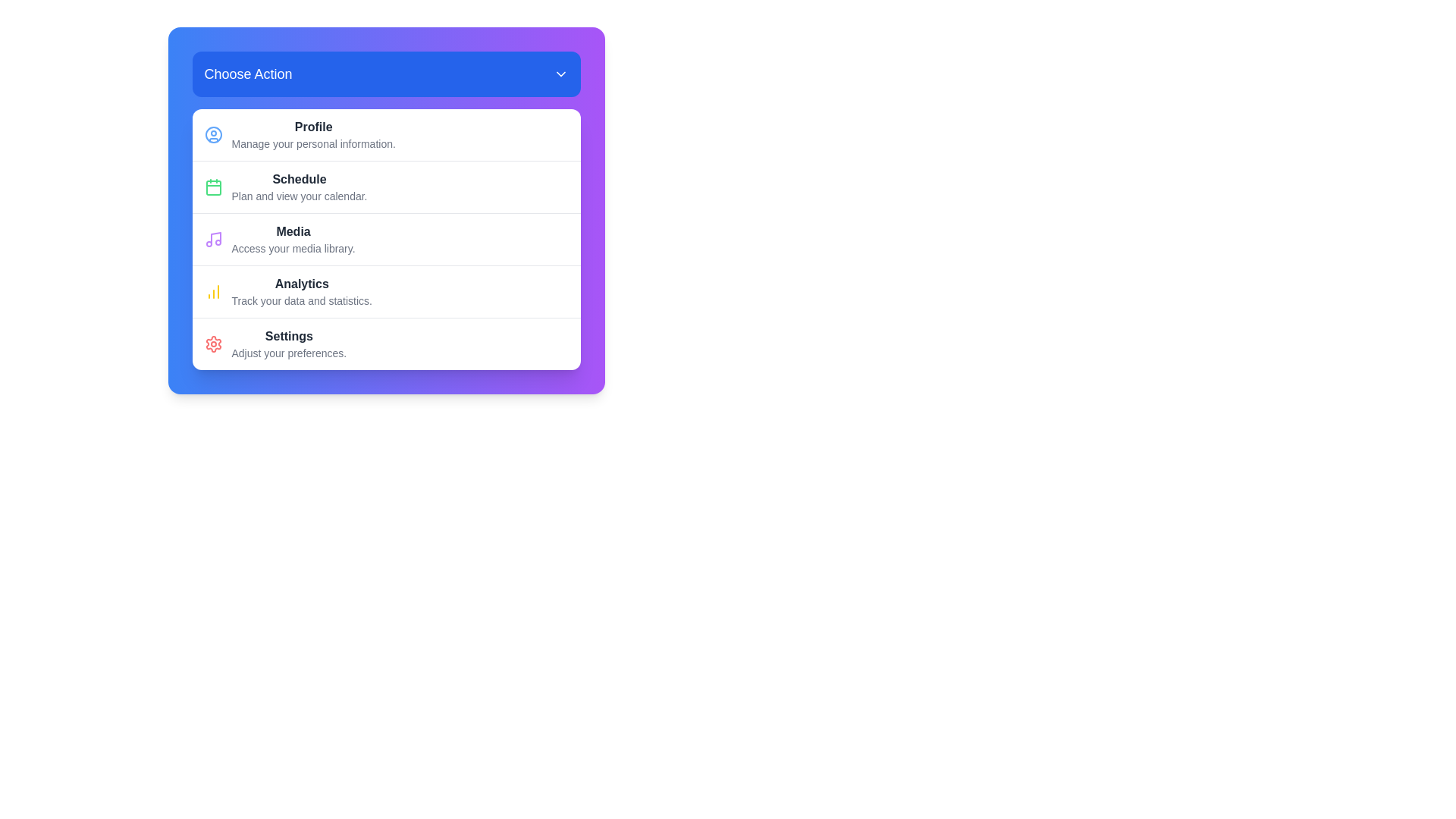 The image size is (1456, 819). I want to click on the static text element that reads 'Manage your personal information.' located beneath the 'Profile' heading in the menu card, so click(312, 143).